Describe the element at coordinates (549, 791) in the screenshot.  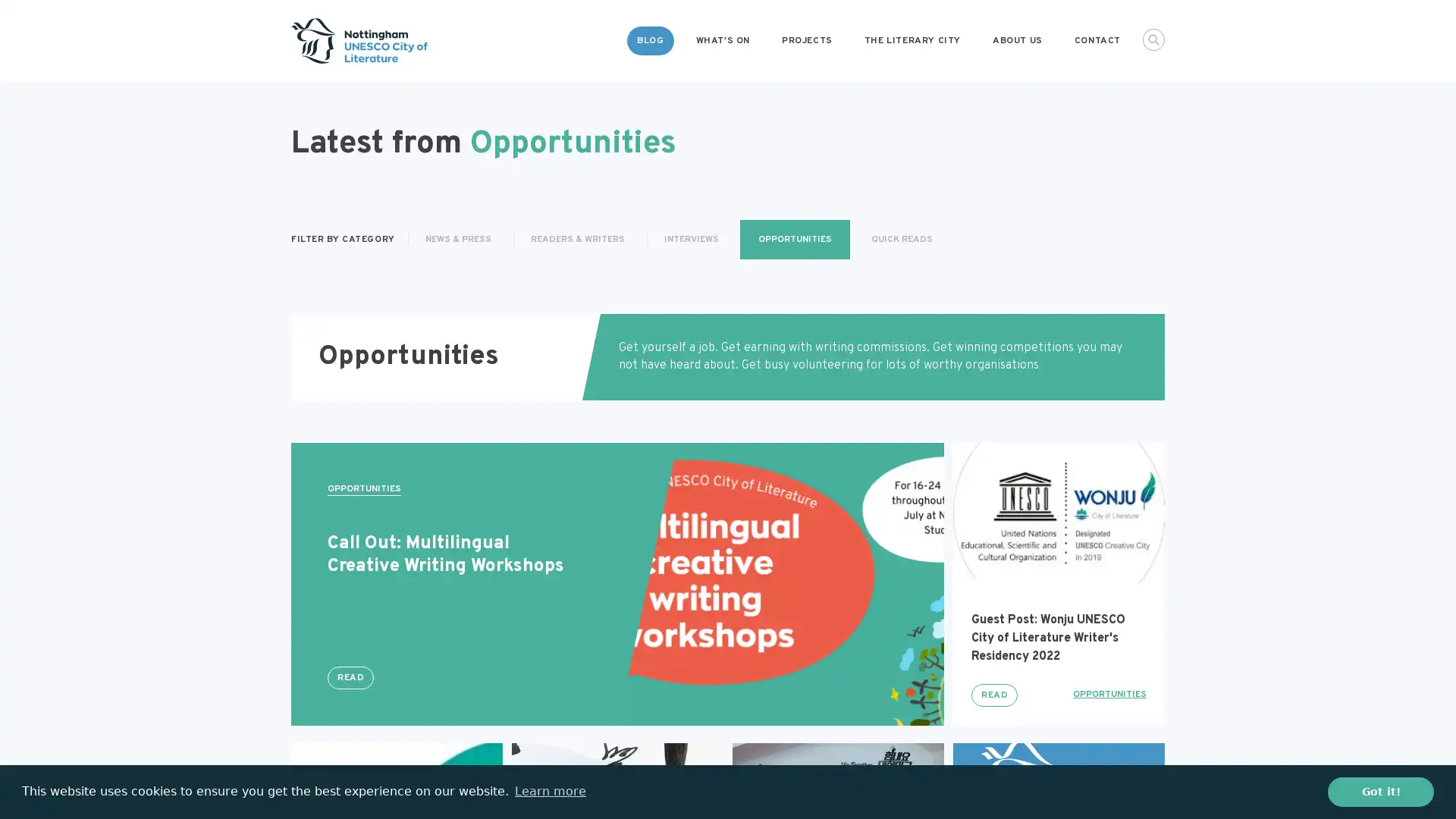
I see `learn more about cookies` at that location.